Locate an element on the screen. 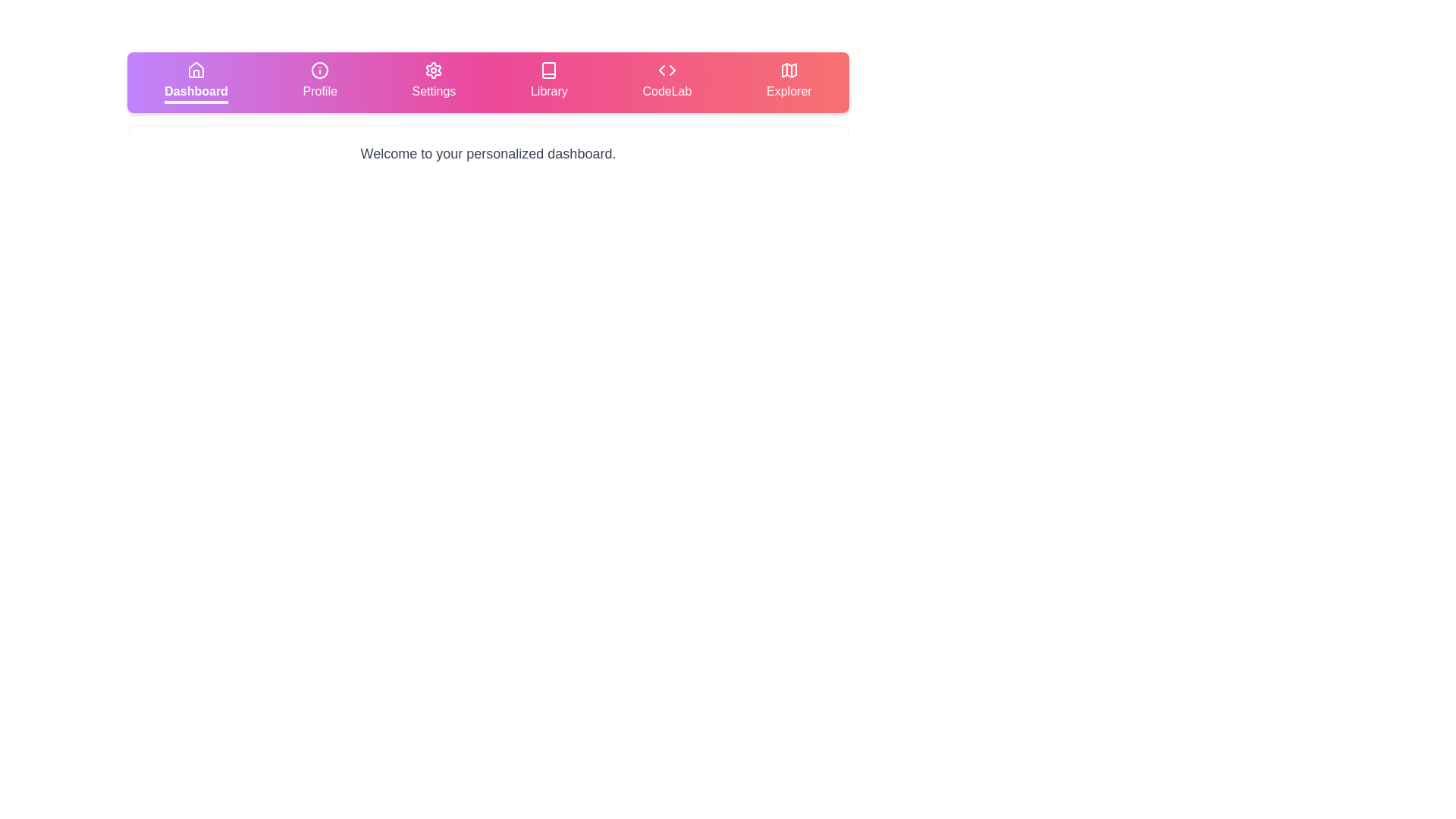 Image resolution: width=1456 pixels, height=819 pixels. the tab labeled Profile to display its content is located at coordinates (319, 82).